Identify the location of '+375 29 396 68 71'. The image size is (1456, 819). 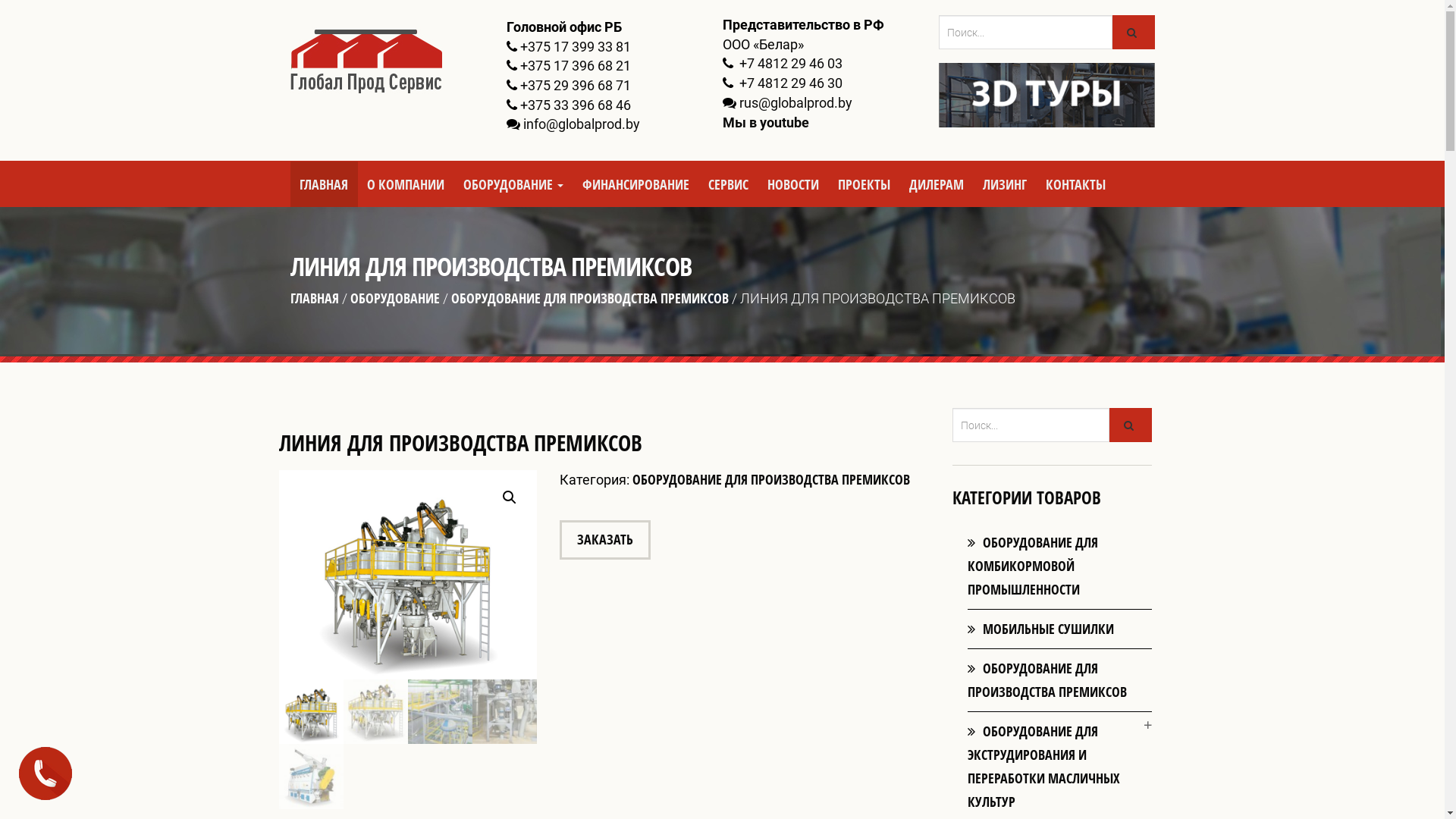
(574, 85).